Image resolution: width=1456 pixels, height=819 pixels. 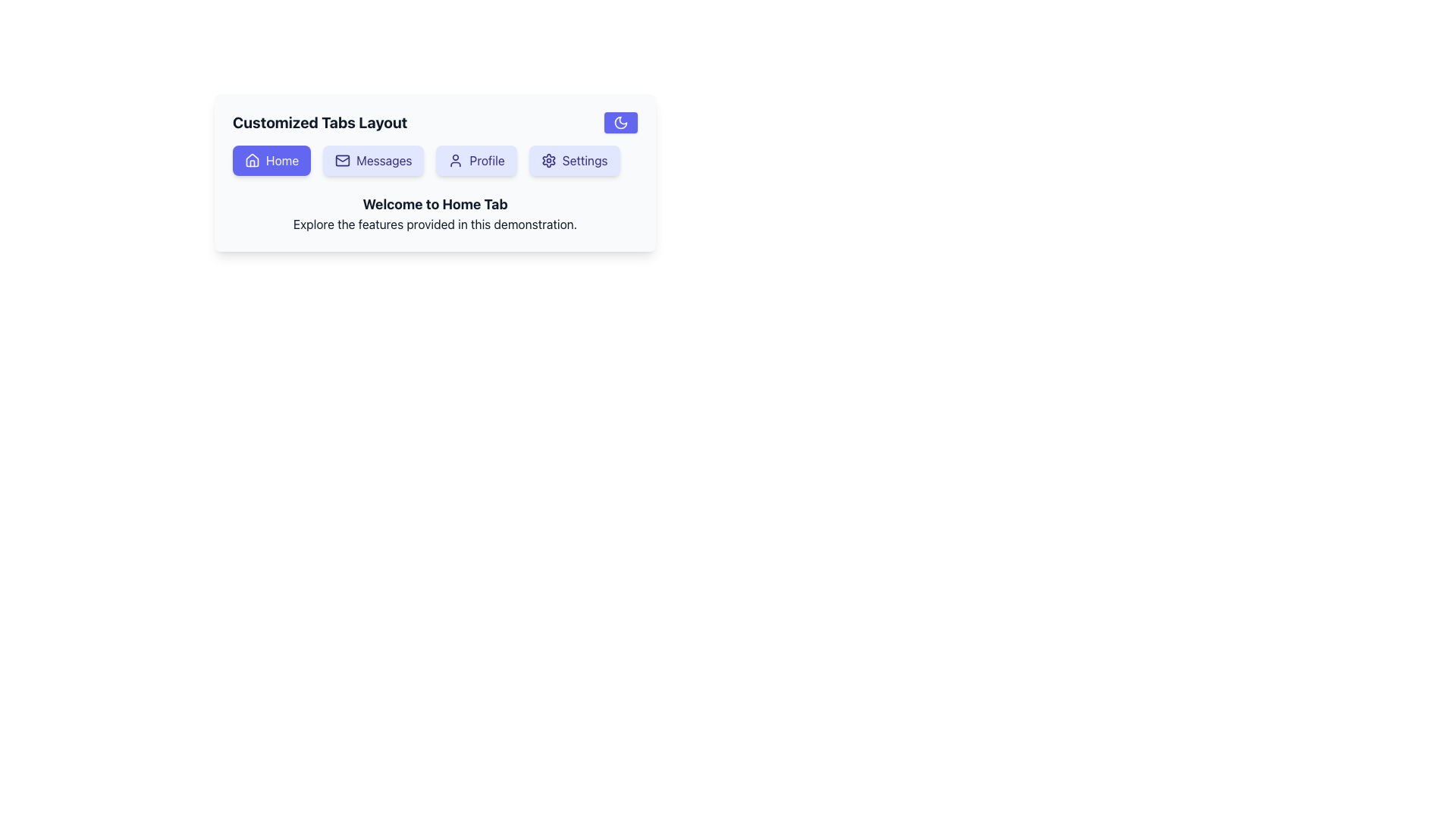 What do you see at coordinates (341, 161) in the screenshot?
I see `the messaging icon located in the top left section of the layout, which is part of the 'Messages' button next to the 'Home' button and before the 'Profile' button` at bounding box center [341, 161].